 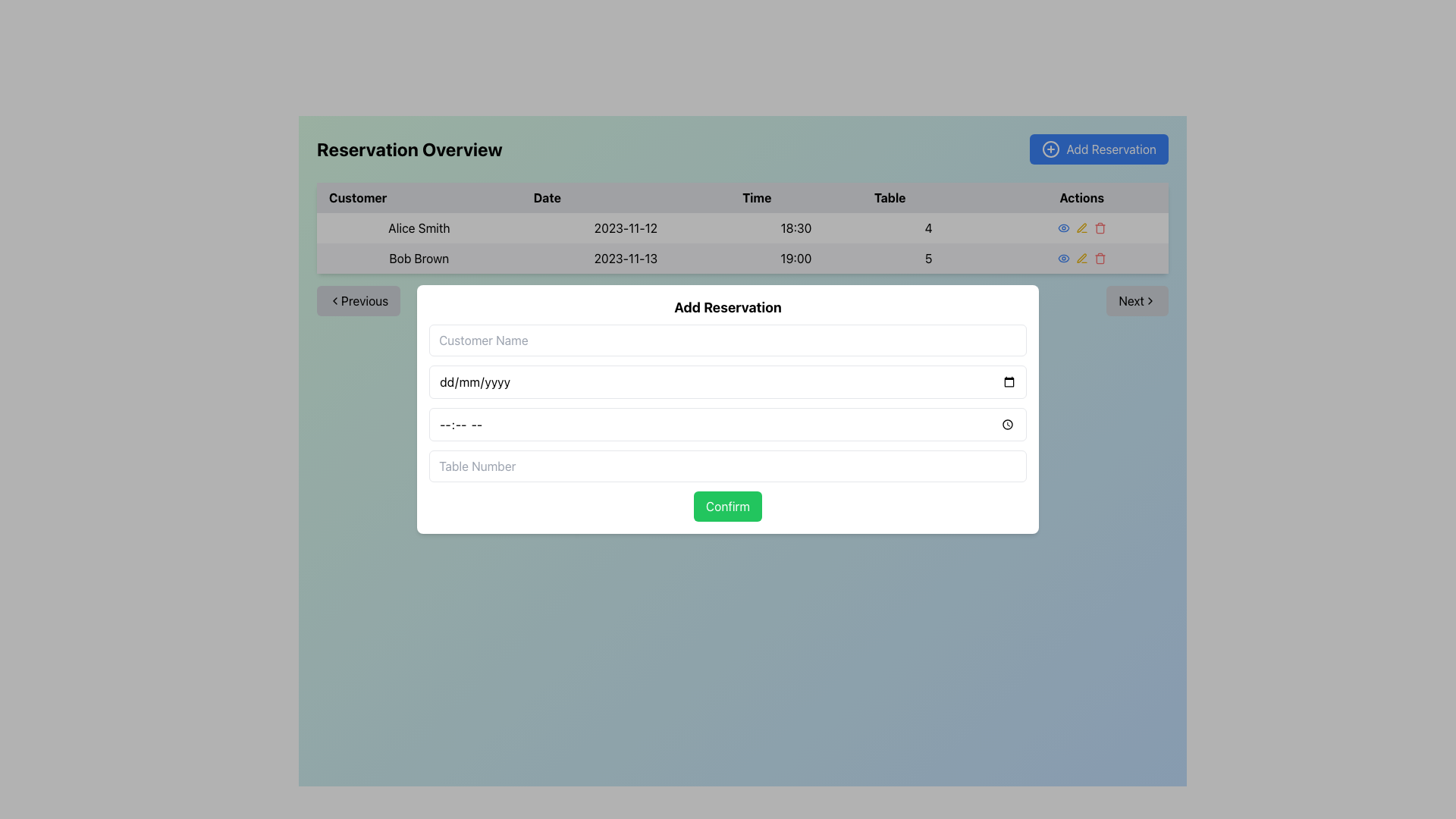 What do you see at coordinates (728, 424) in the screenshot?
I see `the Time input field located beneath the date input field and above the numeric input for table number in the 'Add Reservation' modal to focus it` at bounding box center [728, 424].